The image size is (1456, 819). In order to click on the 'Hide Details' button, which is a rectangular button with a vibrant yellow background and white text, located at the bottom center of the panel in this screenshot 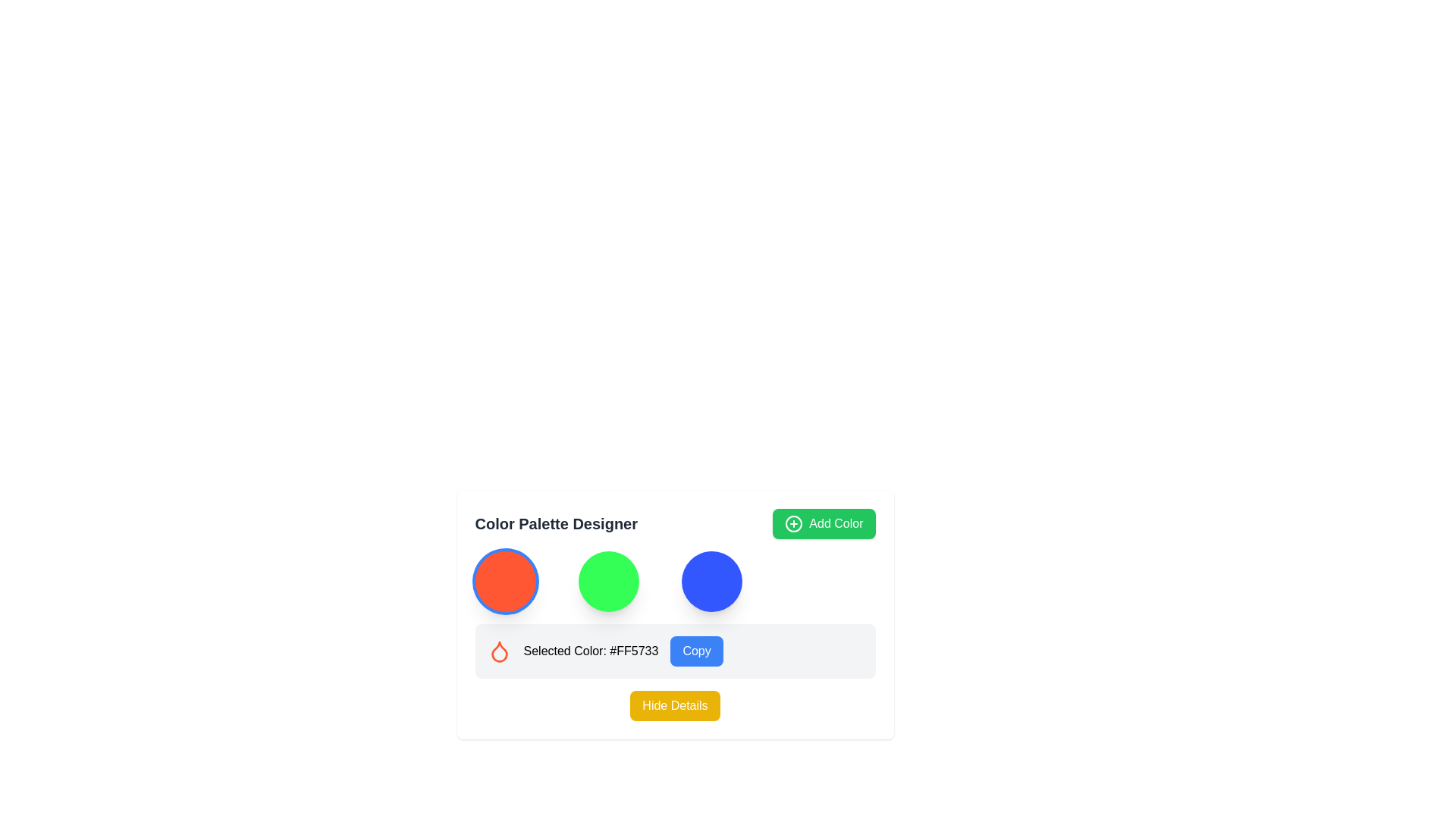, I will do `click(674, 705)`.